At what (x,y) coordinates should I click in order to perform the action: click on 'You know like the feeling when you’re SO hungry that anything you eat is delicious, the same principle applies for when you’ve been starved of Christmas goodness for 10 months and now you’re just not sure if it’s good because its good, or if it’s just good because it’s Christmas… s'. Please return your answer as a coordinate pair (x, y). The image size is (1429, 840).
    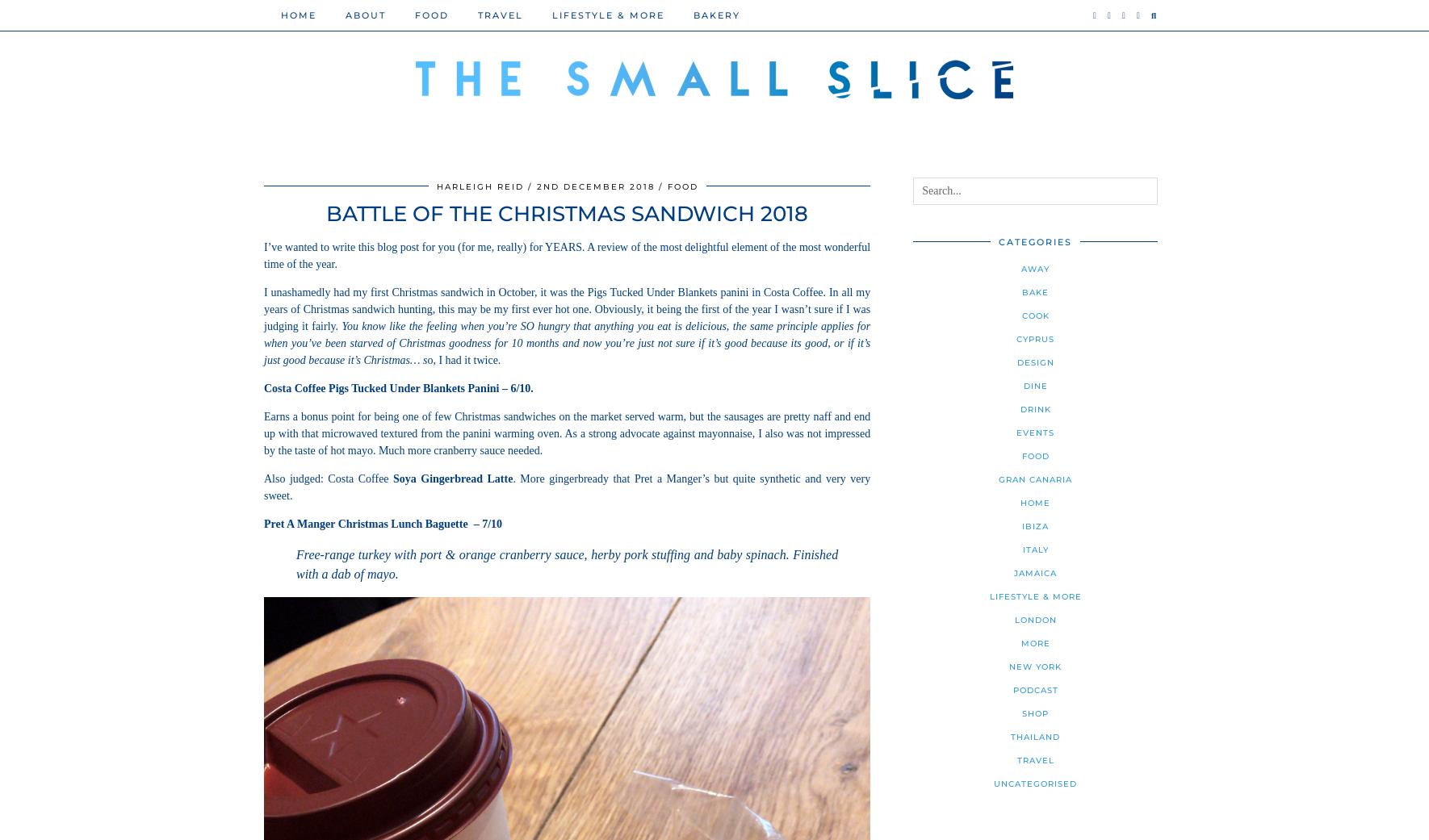
    Looking at the image, I should click on (566, 342).